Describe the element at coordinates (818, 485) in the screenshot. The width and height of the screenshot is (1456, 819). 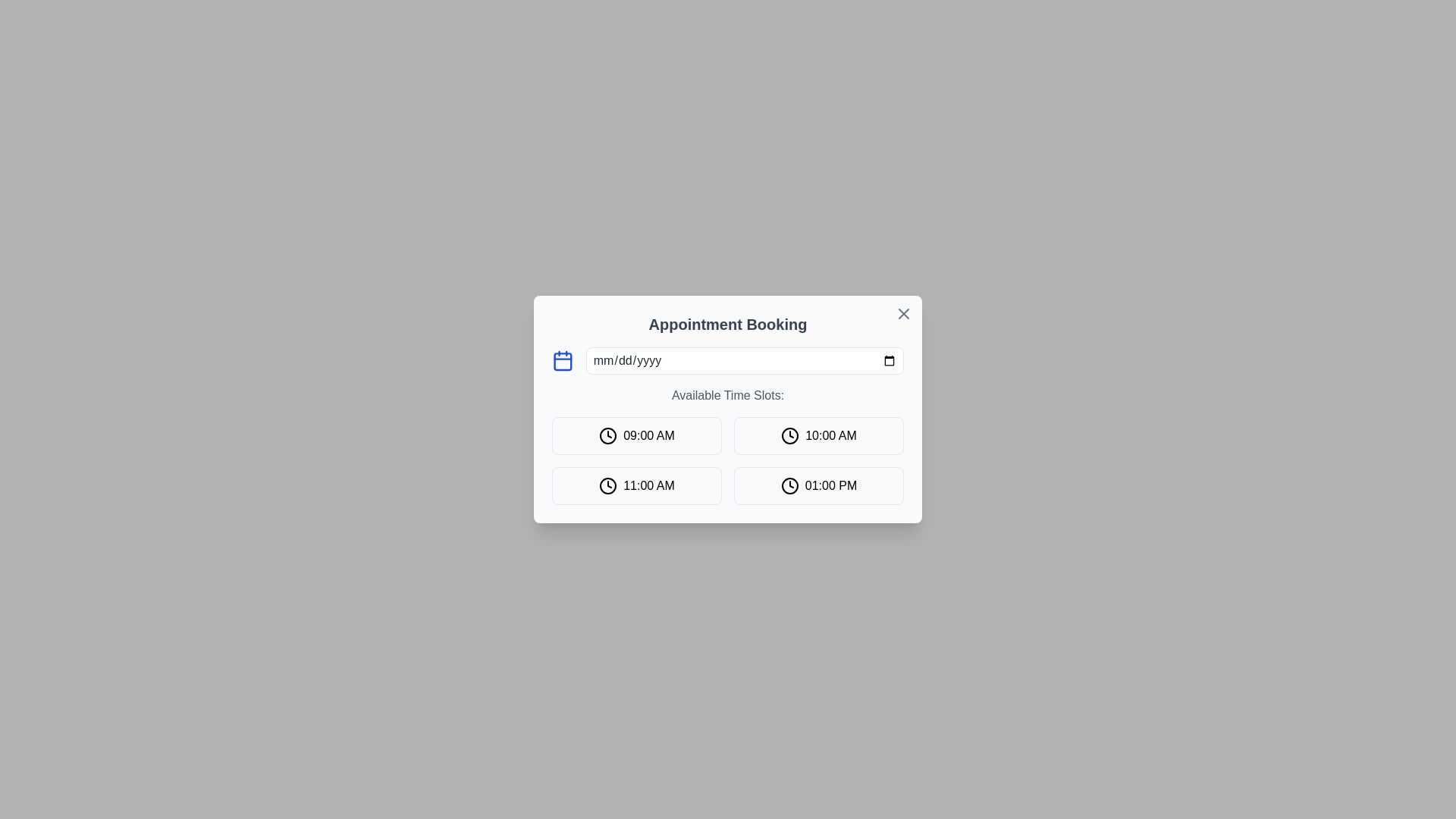
I see `the '01:00 PM' button, which is the fourth button in a grid layout of time-slot buttons, located at the bottom-right corner beneath '10:00 AM' and to the right of '11:00 AM'` at that location.